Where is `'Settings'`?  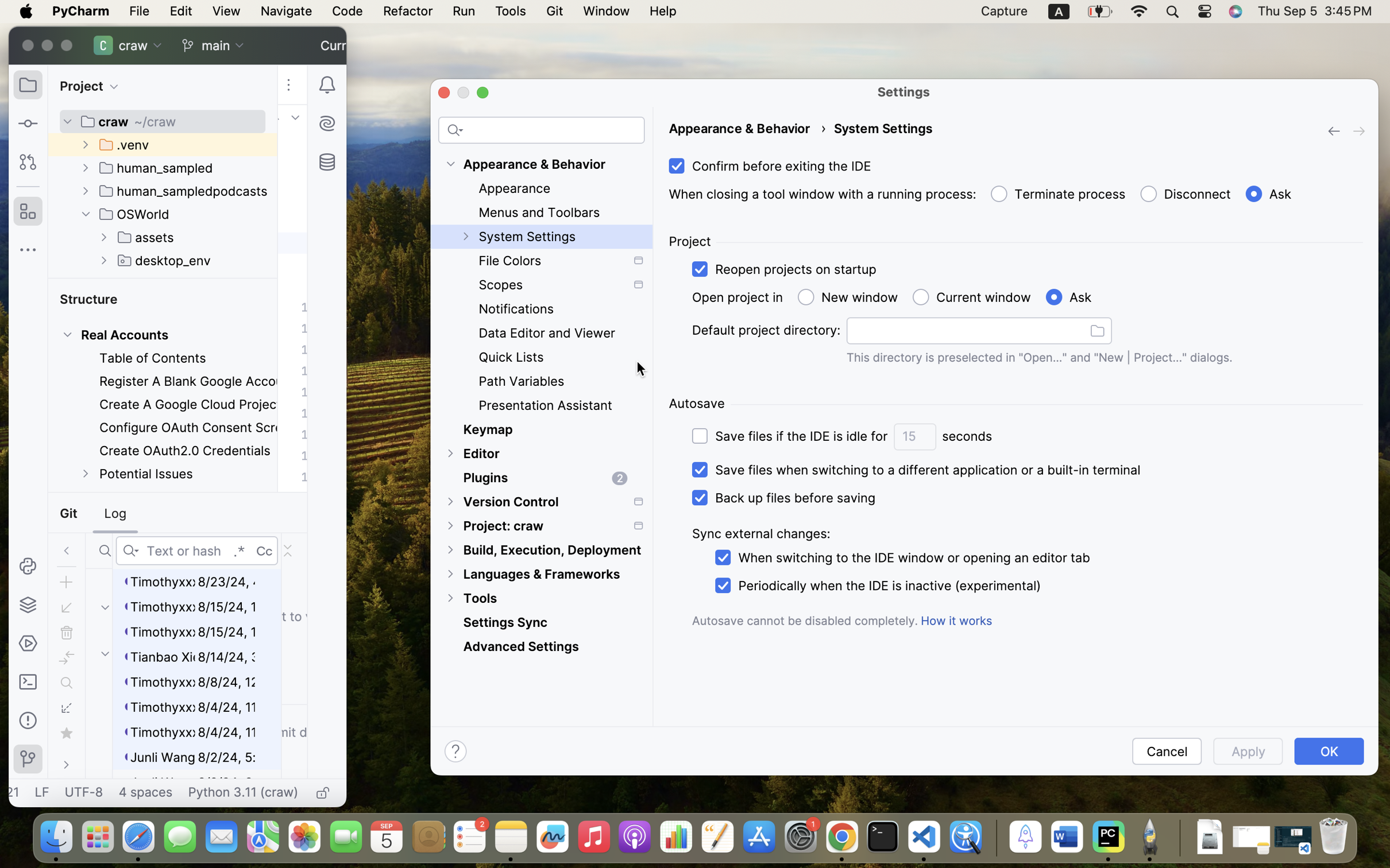
'Settings' is located at coordinates (903, 92).